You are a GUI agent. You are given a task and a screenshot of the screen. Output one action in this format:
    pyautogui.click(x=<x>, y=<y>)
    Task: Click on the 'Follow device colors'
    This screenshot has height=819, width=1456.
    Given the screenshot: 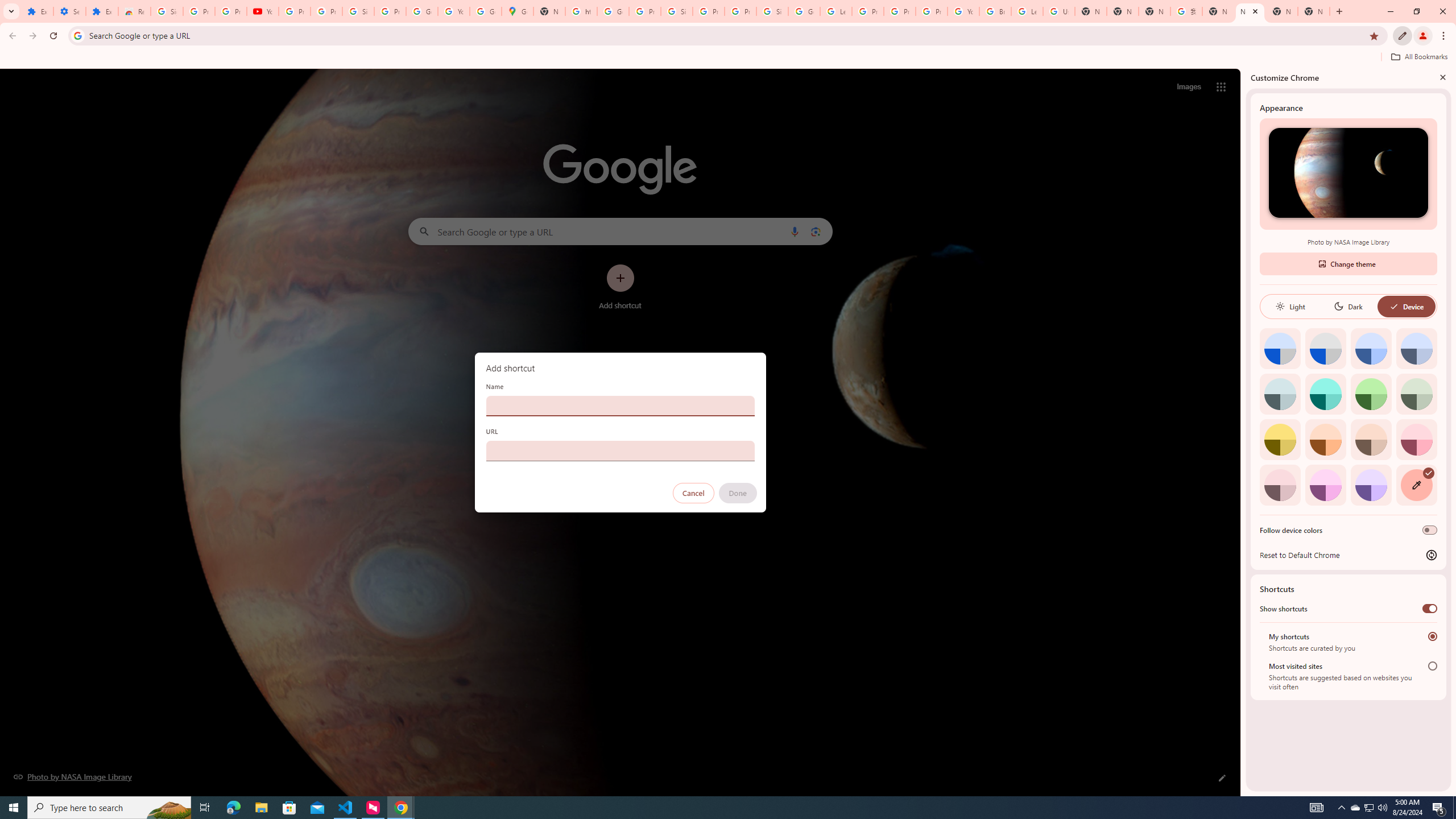 What is the action you would take?
    pyautogui.click(x=1429, y=529)
    